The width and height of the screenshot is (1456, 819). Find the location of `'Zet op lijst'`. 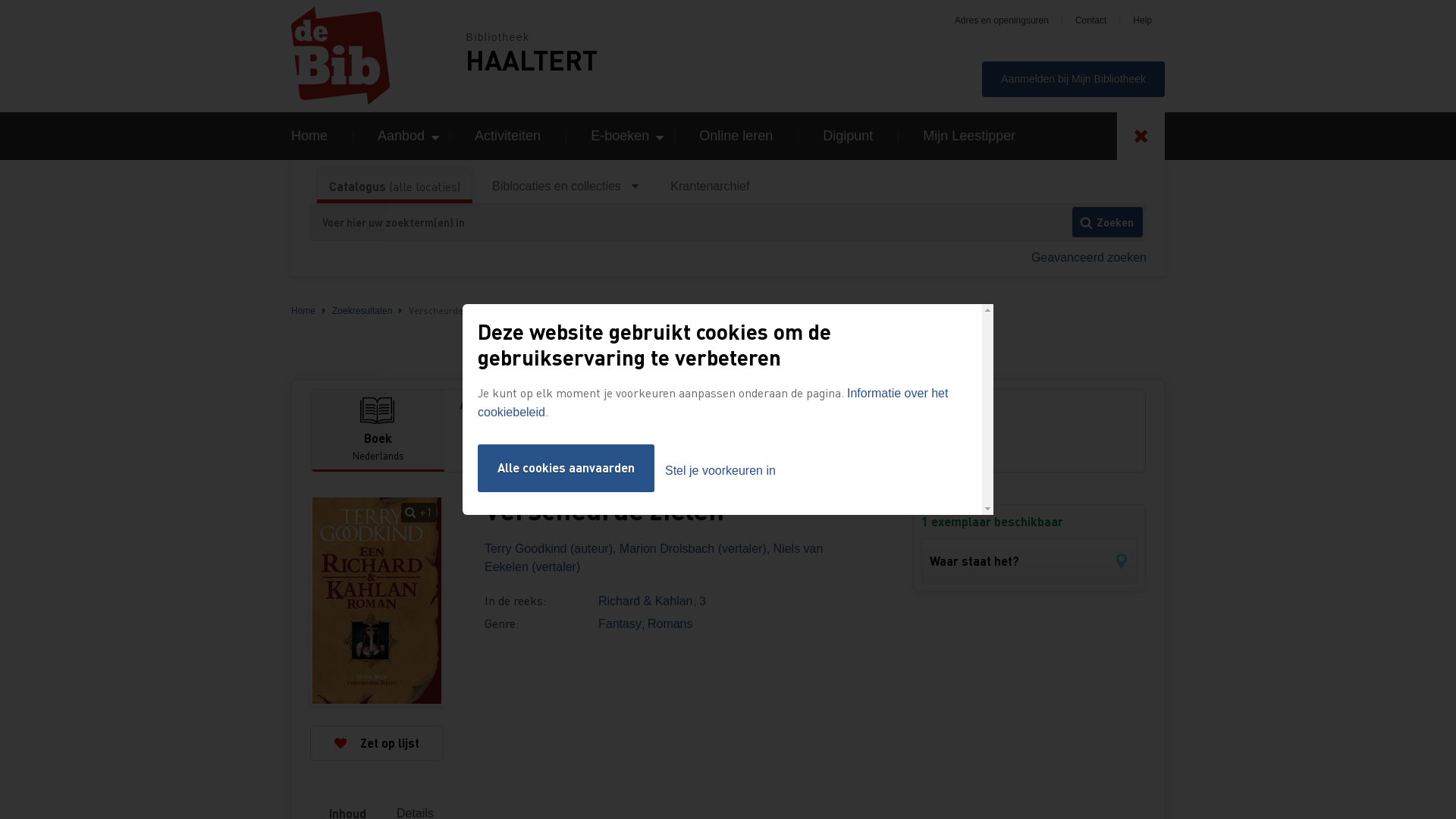

'Zet op lijst' is located at coordinates (377, 742).